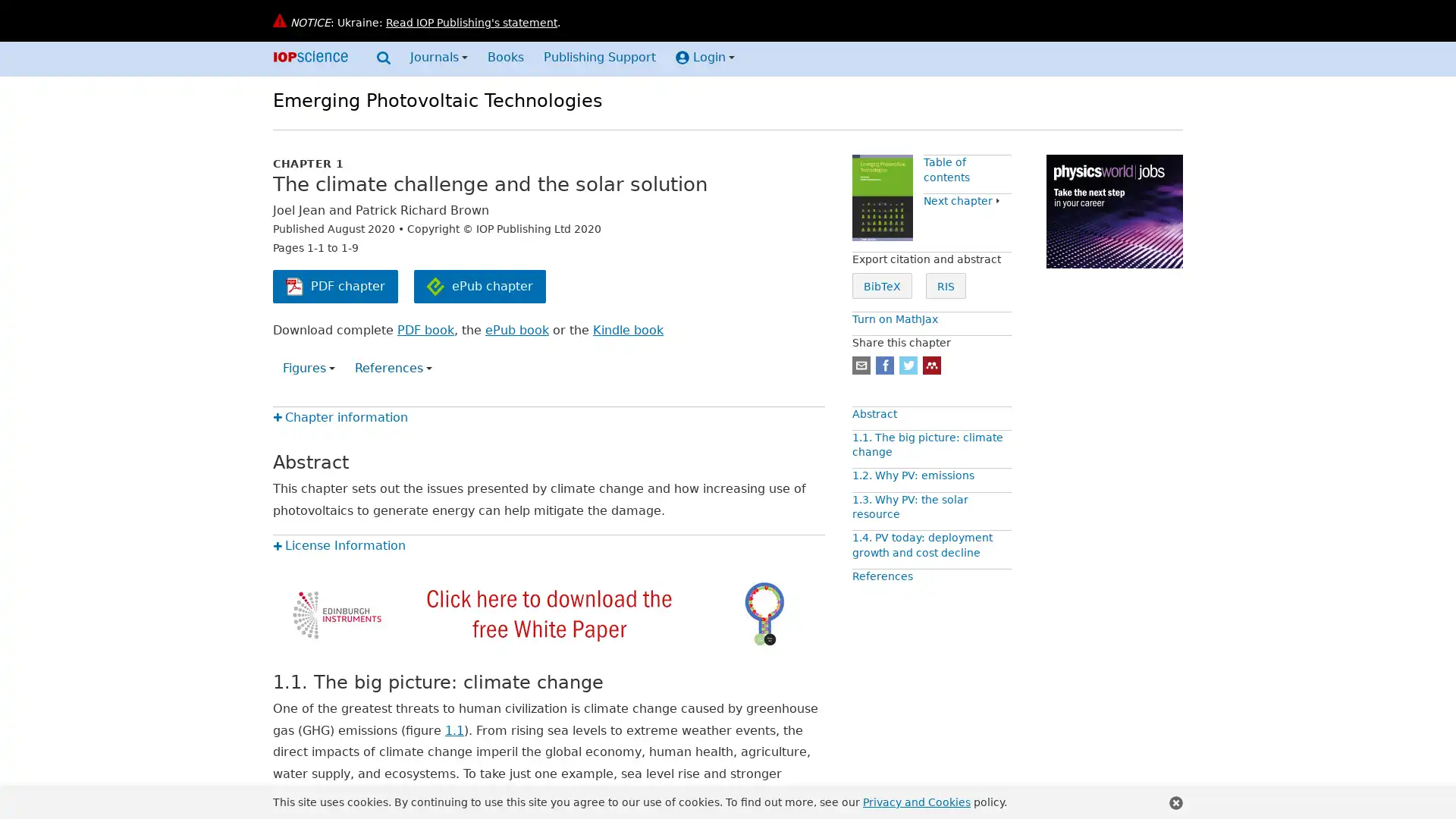 This screenshot has height=819, width=1456. What do you see at coordinates (338, 544) in the screenshot?
I see `License Information` at bounding box center [338, 544].